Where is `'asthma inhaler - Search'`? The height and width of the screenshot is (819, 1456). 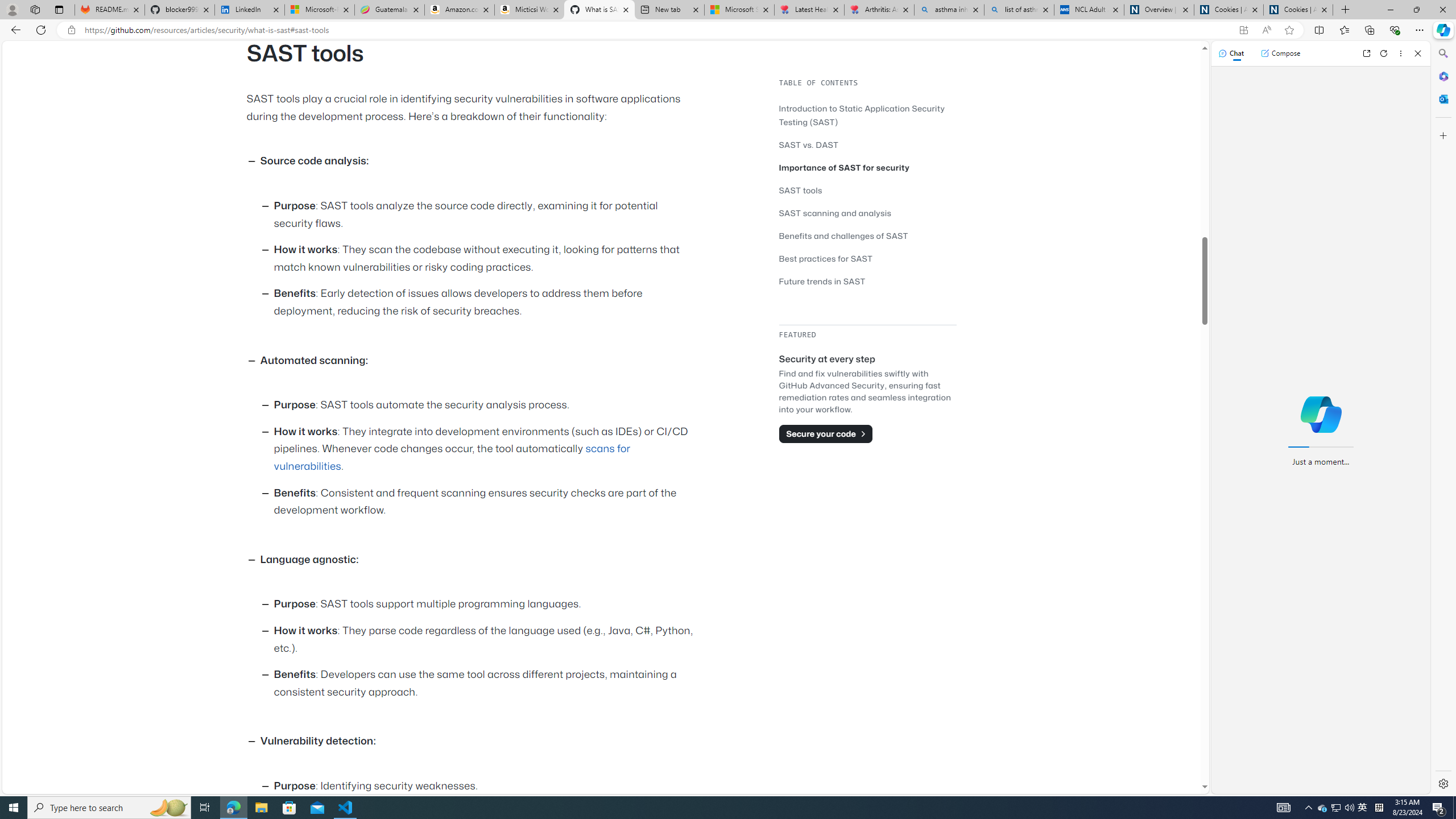 'asthma inhaler - Search' is located at coordinates (949, 9).